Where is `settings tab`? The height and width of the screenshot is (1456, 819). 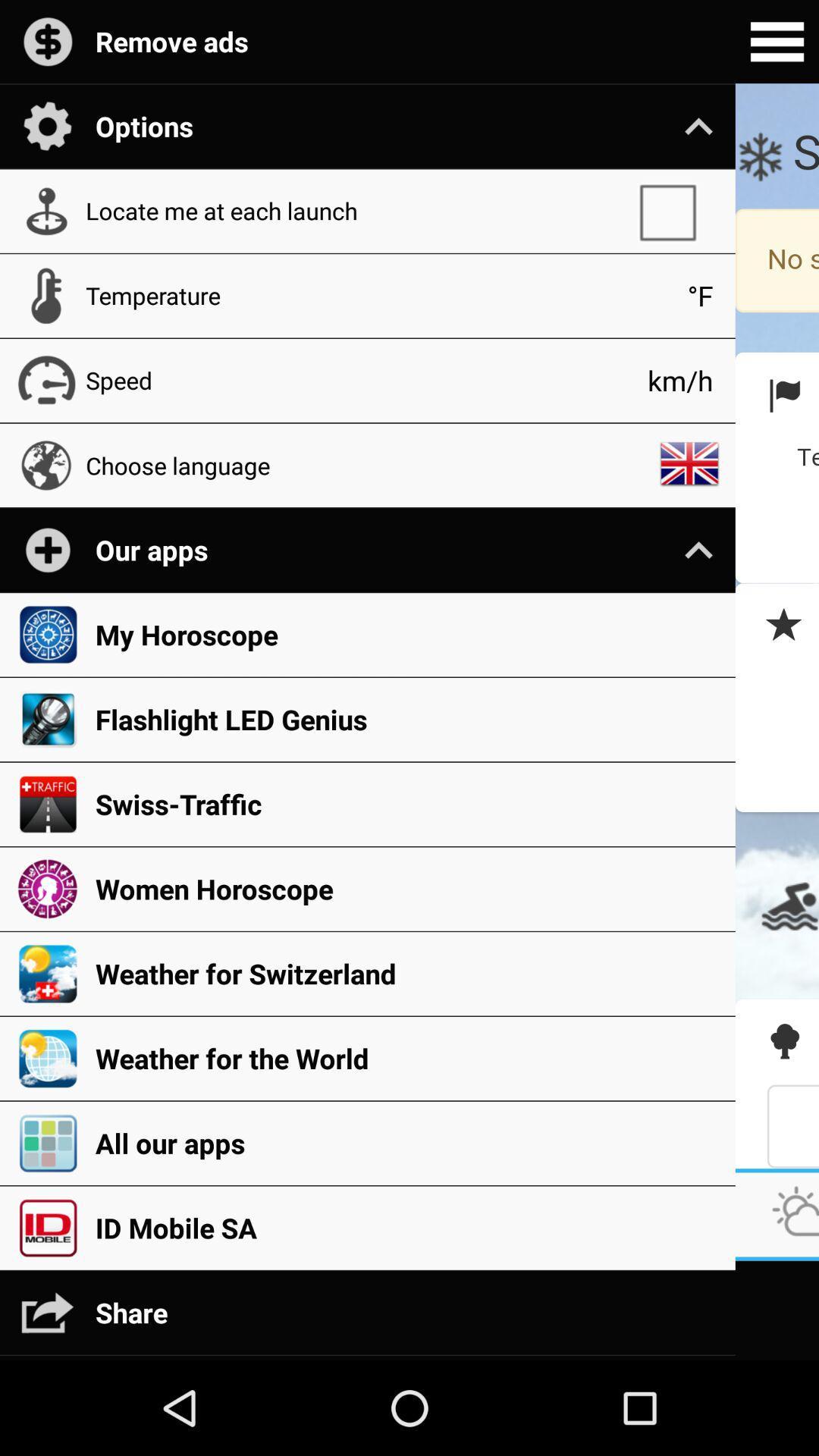
settings tab is located at coordinates (777, 42).